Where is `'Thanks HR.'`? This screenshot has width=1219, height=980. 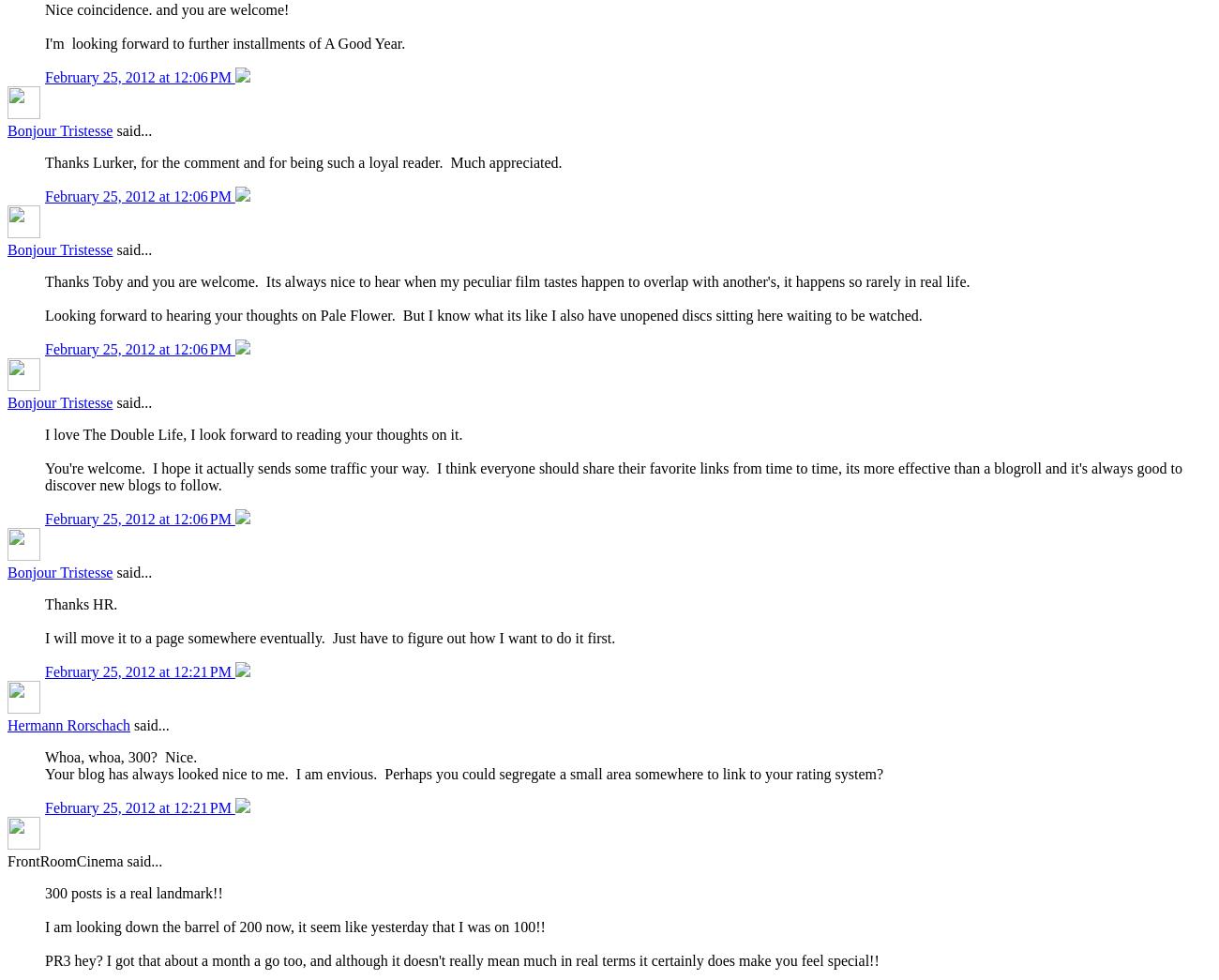 'Thanks HR.' is located at coordinates (83, 604).